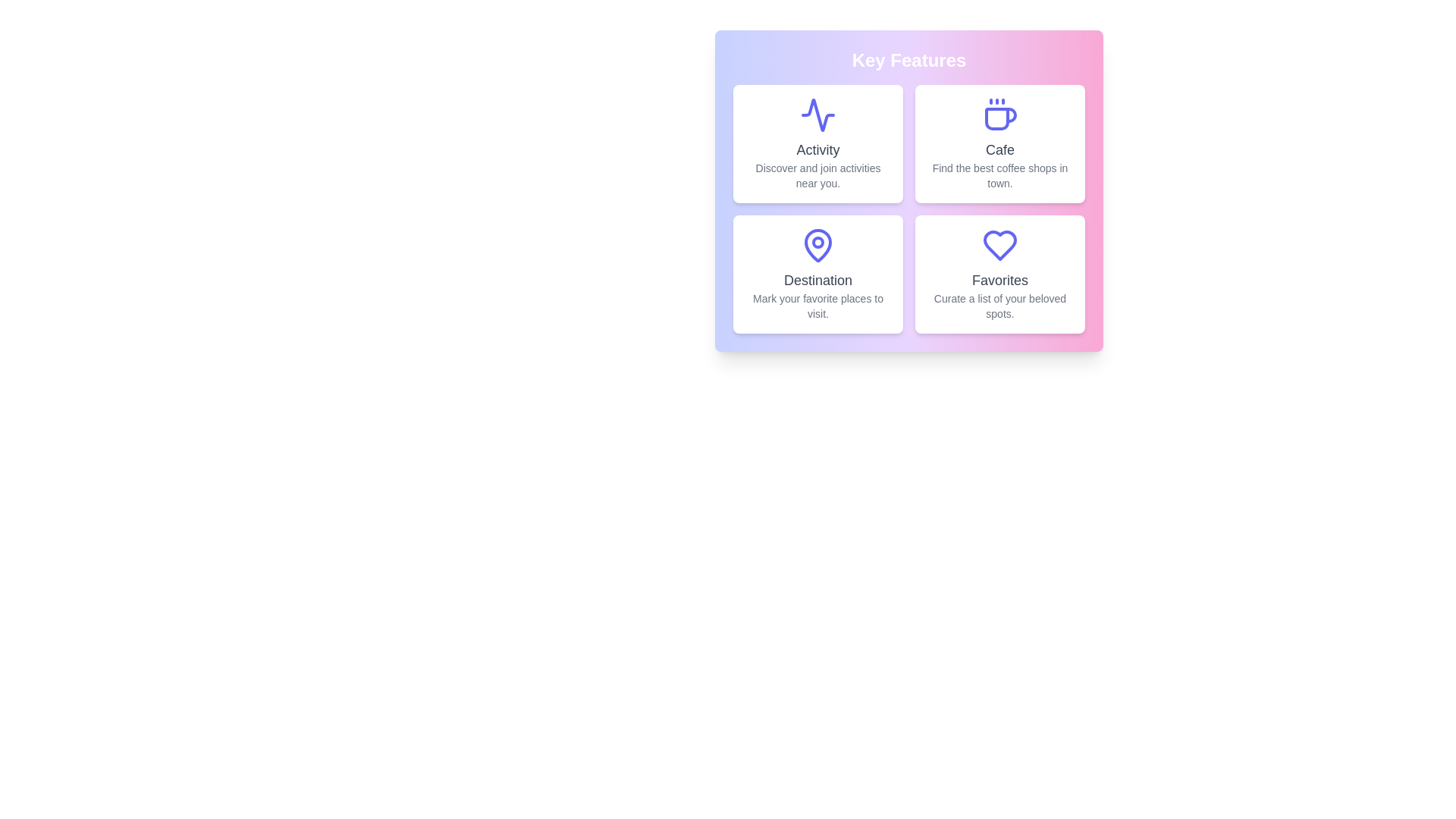 This screenshot has height=819, width=1456. What do you see at coordinates (1000, 143) in the screenshot?
I see `the feature card for Cafe` at bounding box center [1000, 143].